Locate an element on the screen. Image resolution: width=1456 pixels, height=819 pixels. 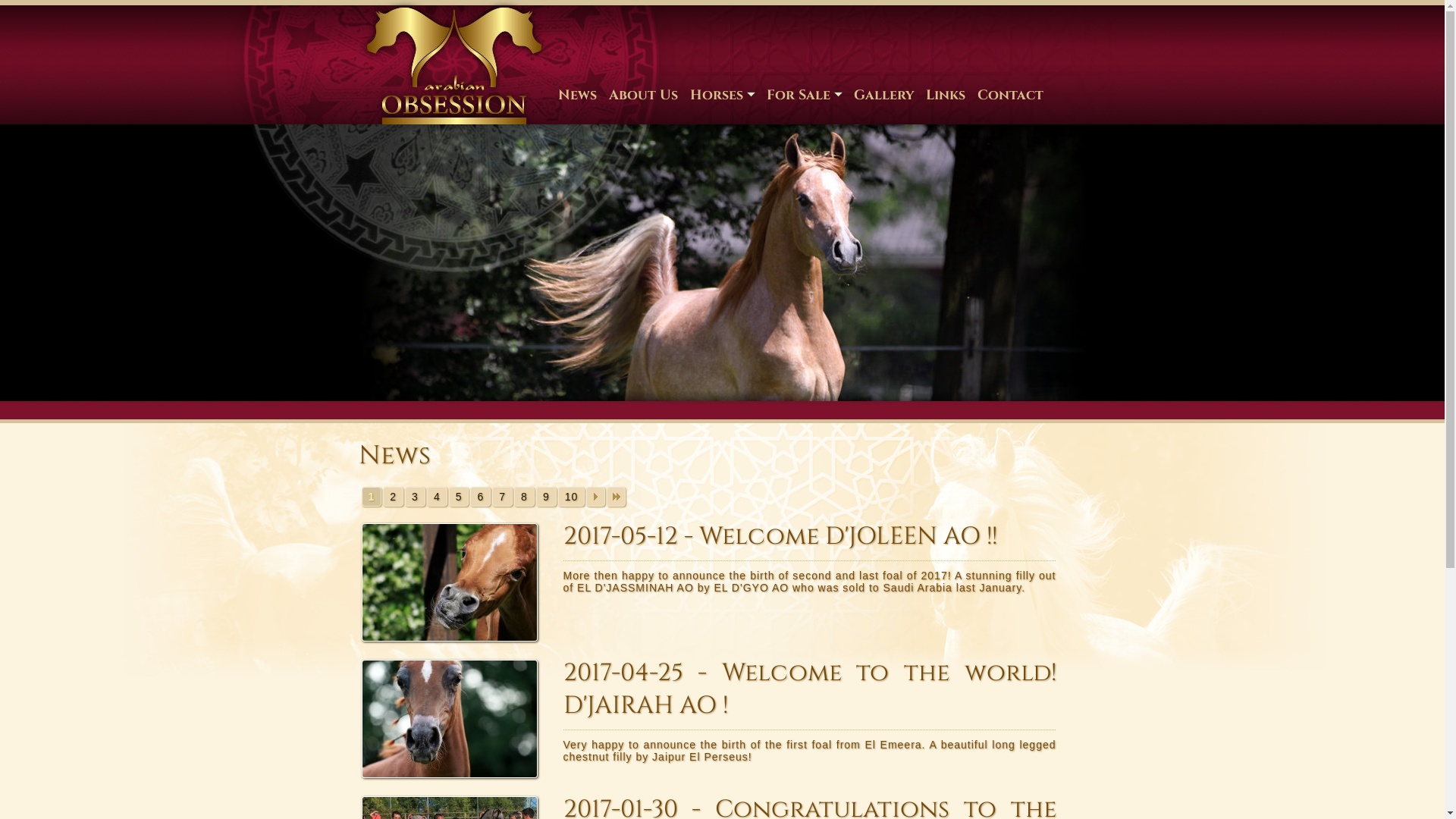
'7' is located at coordinates (491, 497).